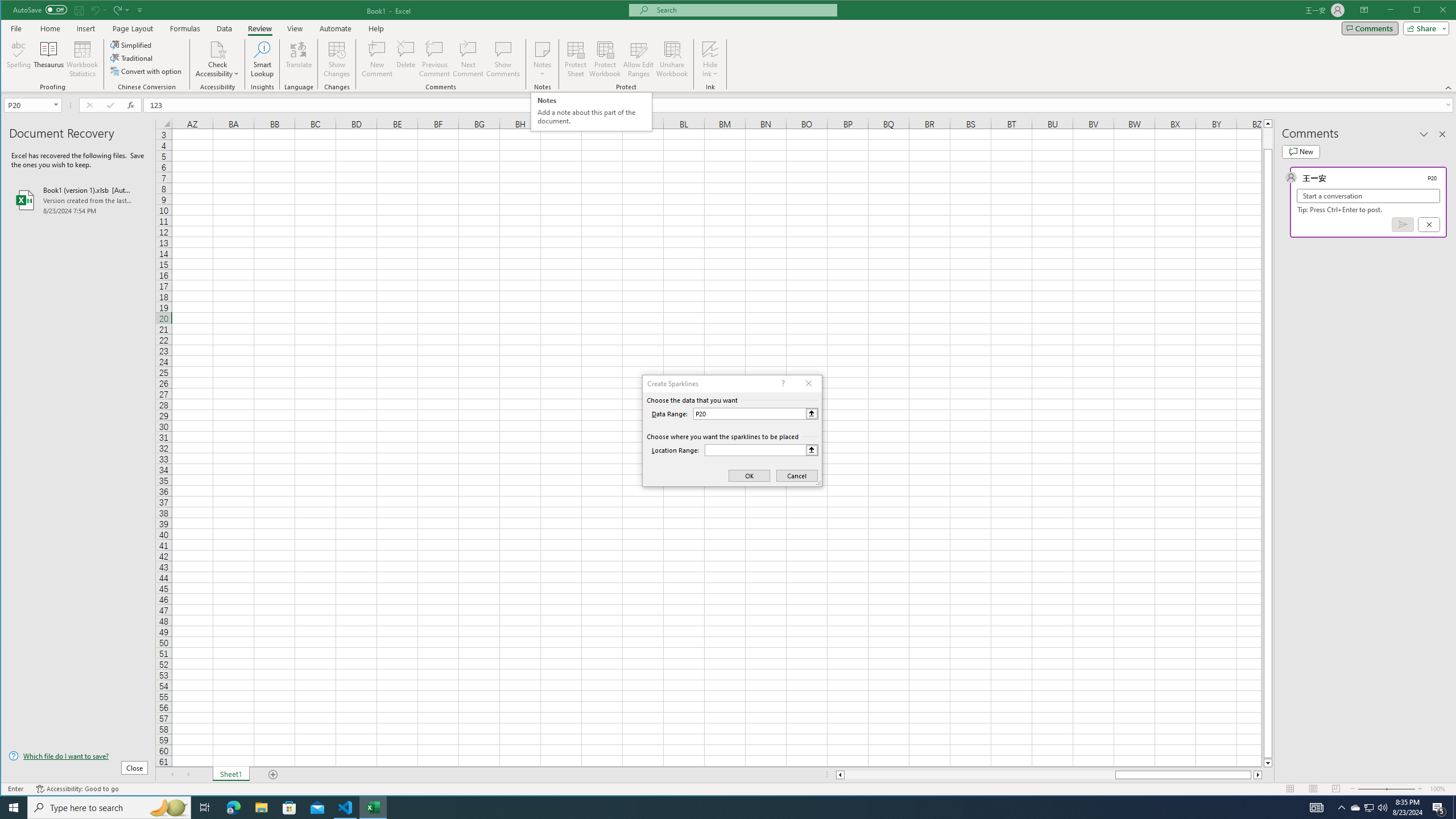  I want to click on 'Spelling...', so click(18, 59).